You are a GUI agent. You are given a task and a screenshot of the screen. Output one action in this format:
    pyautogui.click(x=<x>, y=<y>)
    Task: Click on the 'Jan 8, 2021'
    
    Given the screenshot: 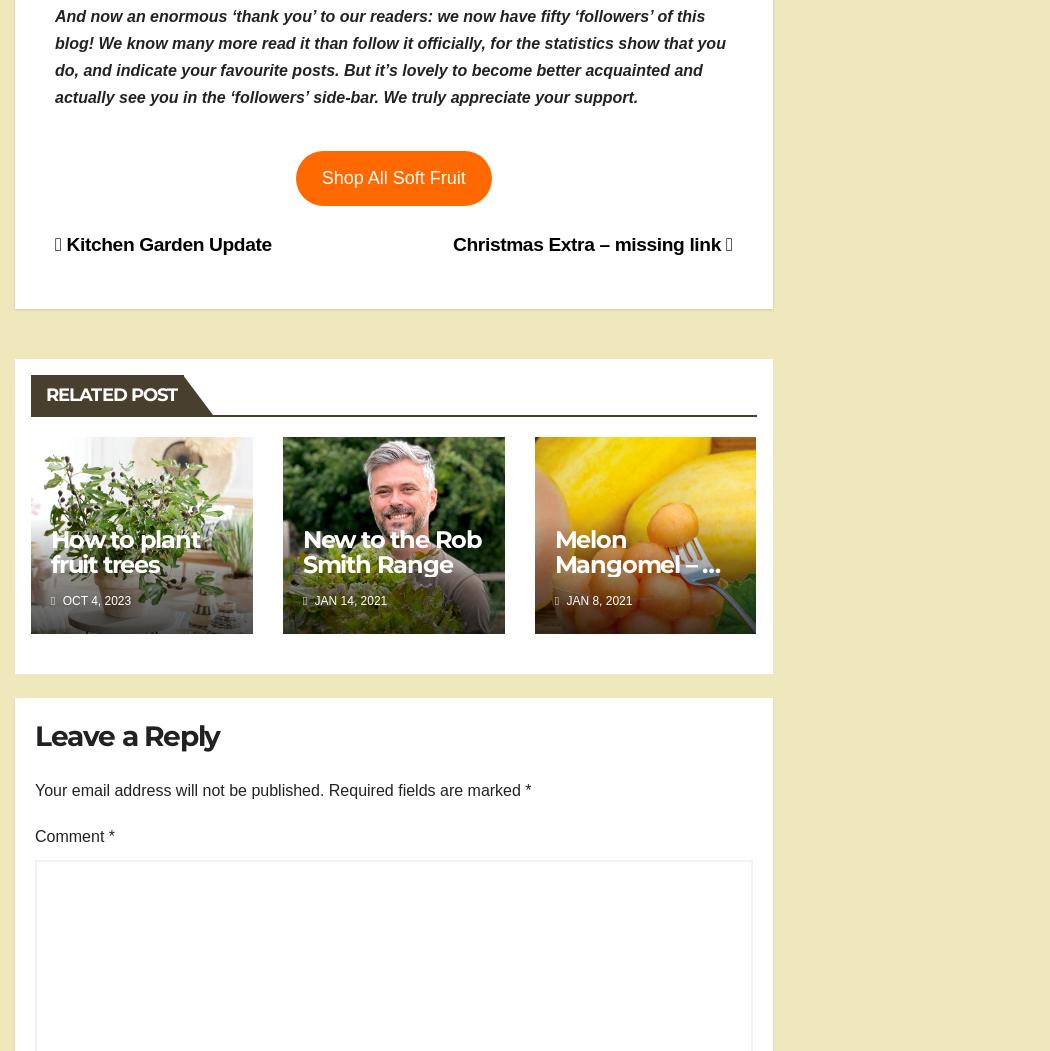 What is the action you would take?
    pyautogui.click(x=596, y=600)
    